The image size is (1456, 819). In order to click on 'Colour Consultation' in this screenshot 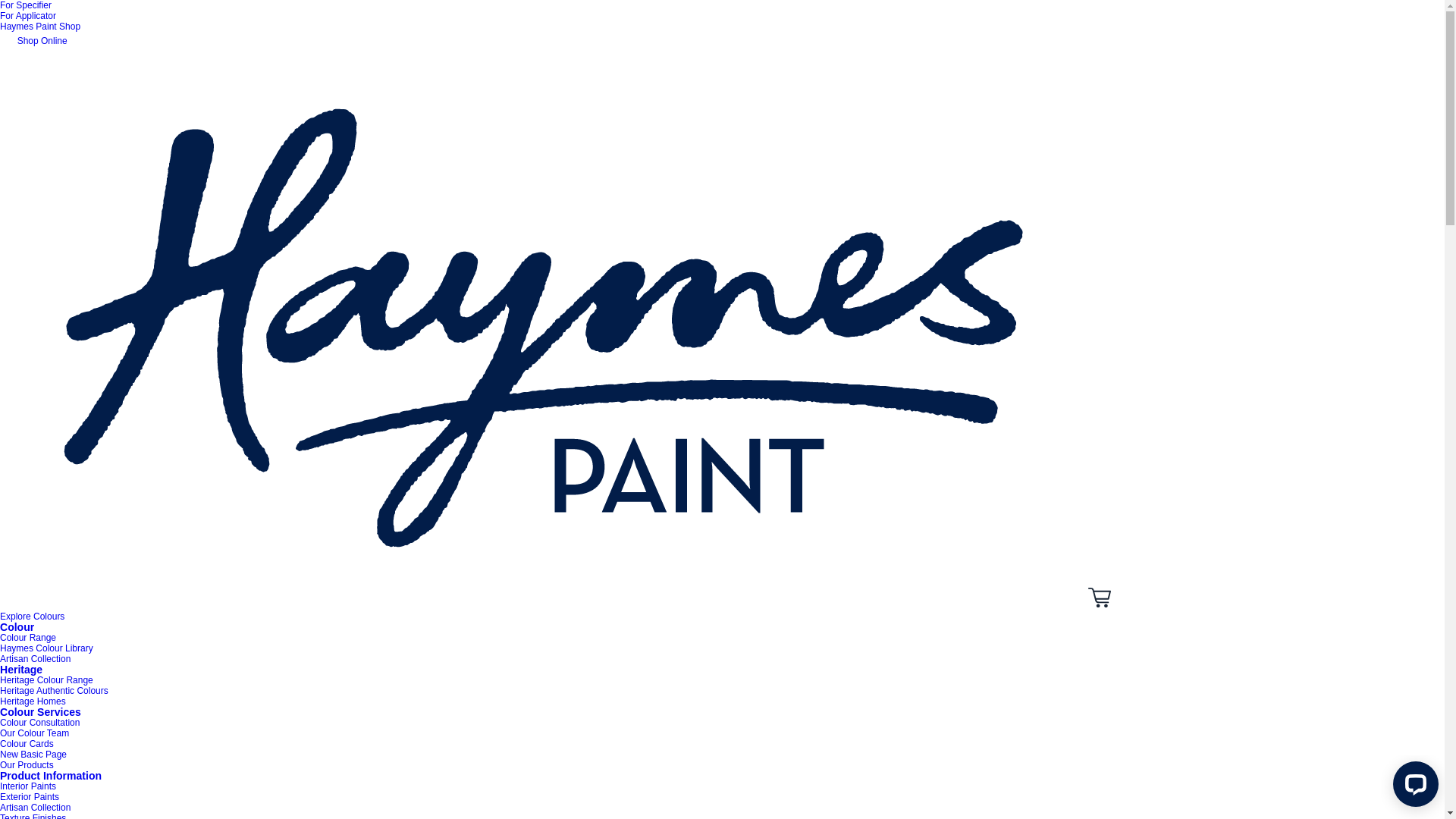, I will do `click(39, 721)`.